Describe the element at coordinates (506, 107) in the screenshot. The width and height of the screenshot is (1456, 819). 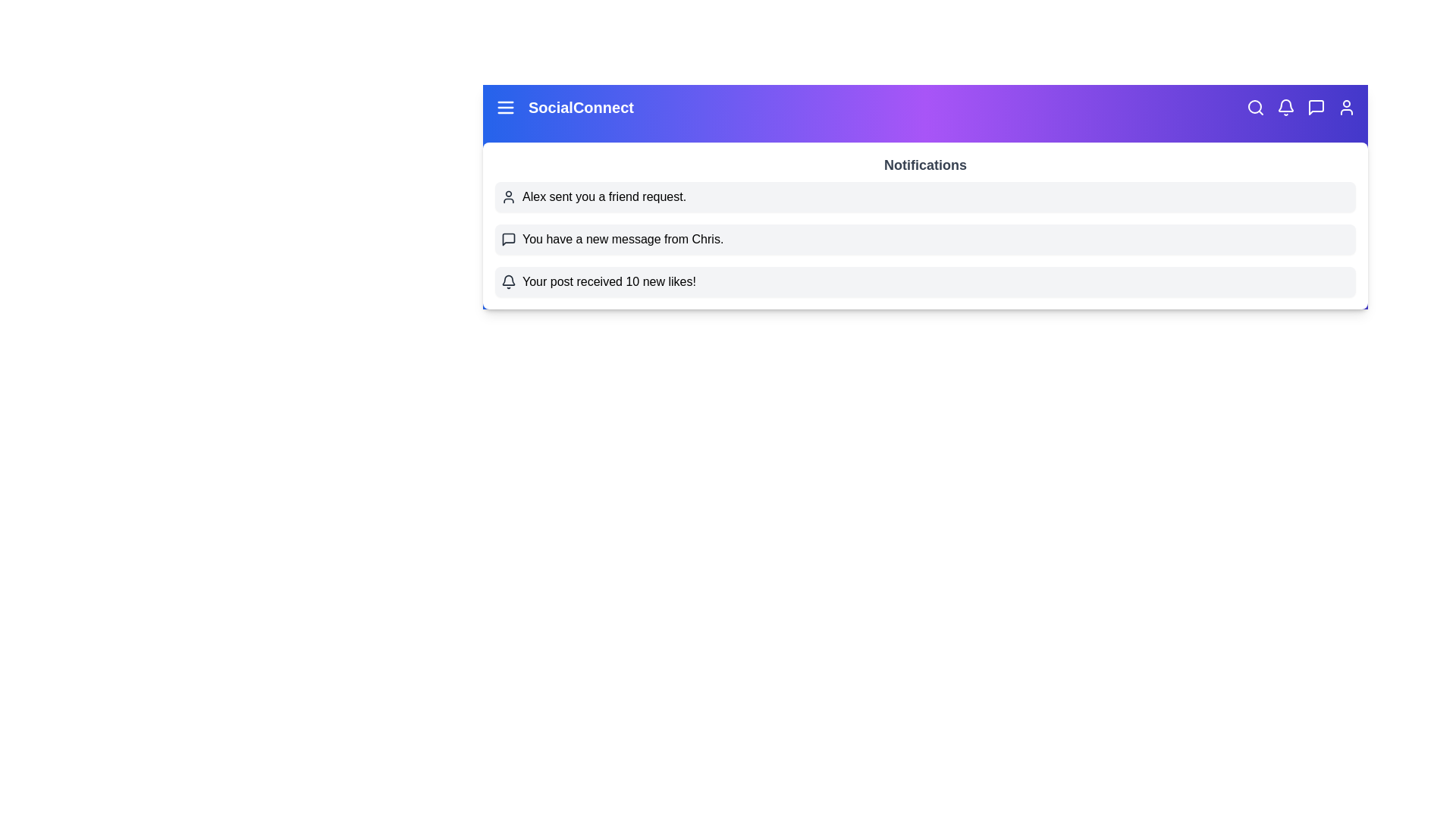
I see `the menu icon to toggle the menu` at that location.